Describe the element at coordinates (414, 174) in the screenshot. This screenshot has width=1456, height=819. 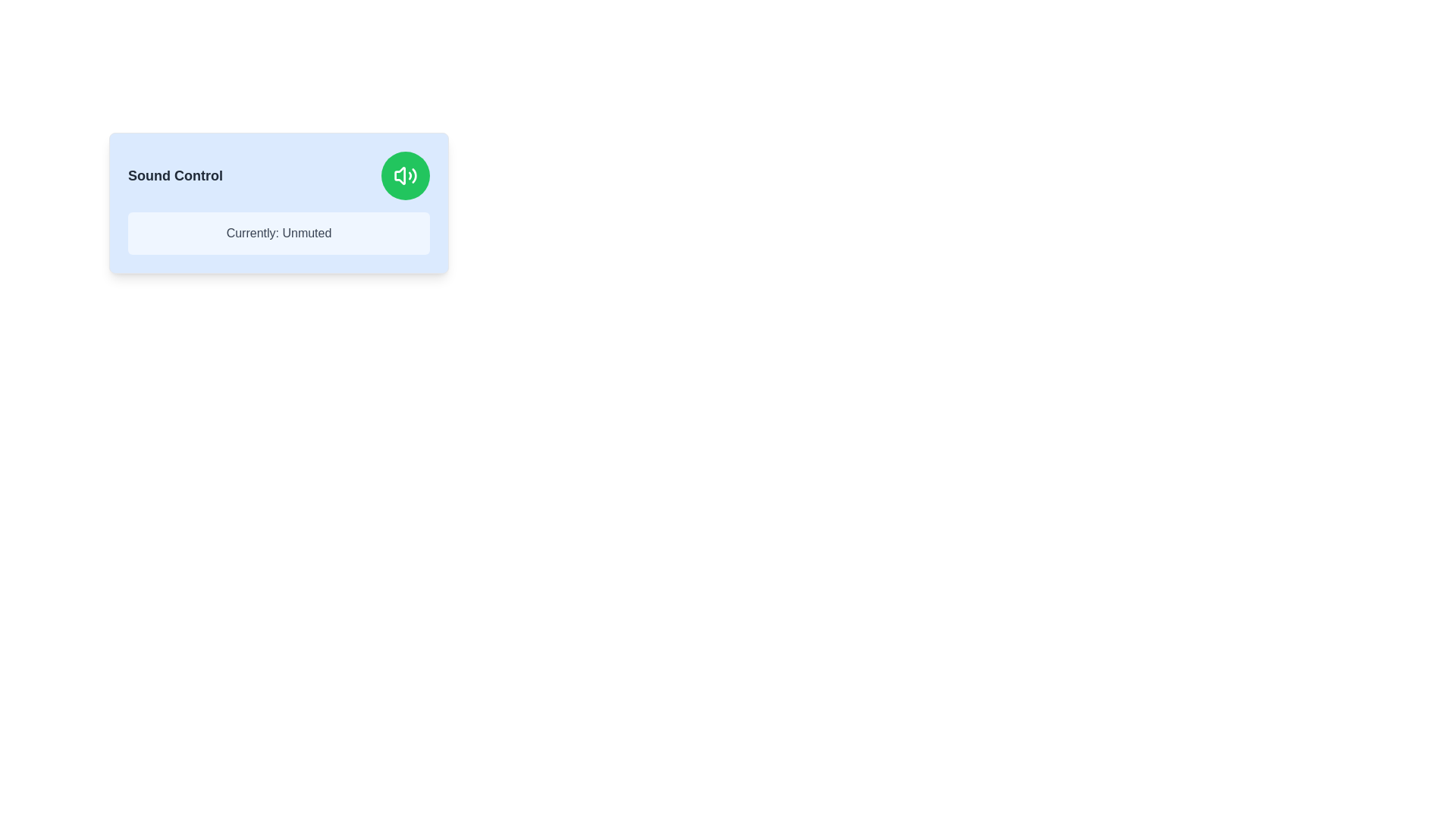
I see `the outermost arc of the sound control icon located in the top right corner of the 'Sound Control' card` at that location.